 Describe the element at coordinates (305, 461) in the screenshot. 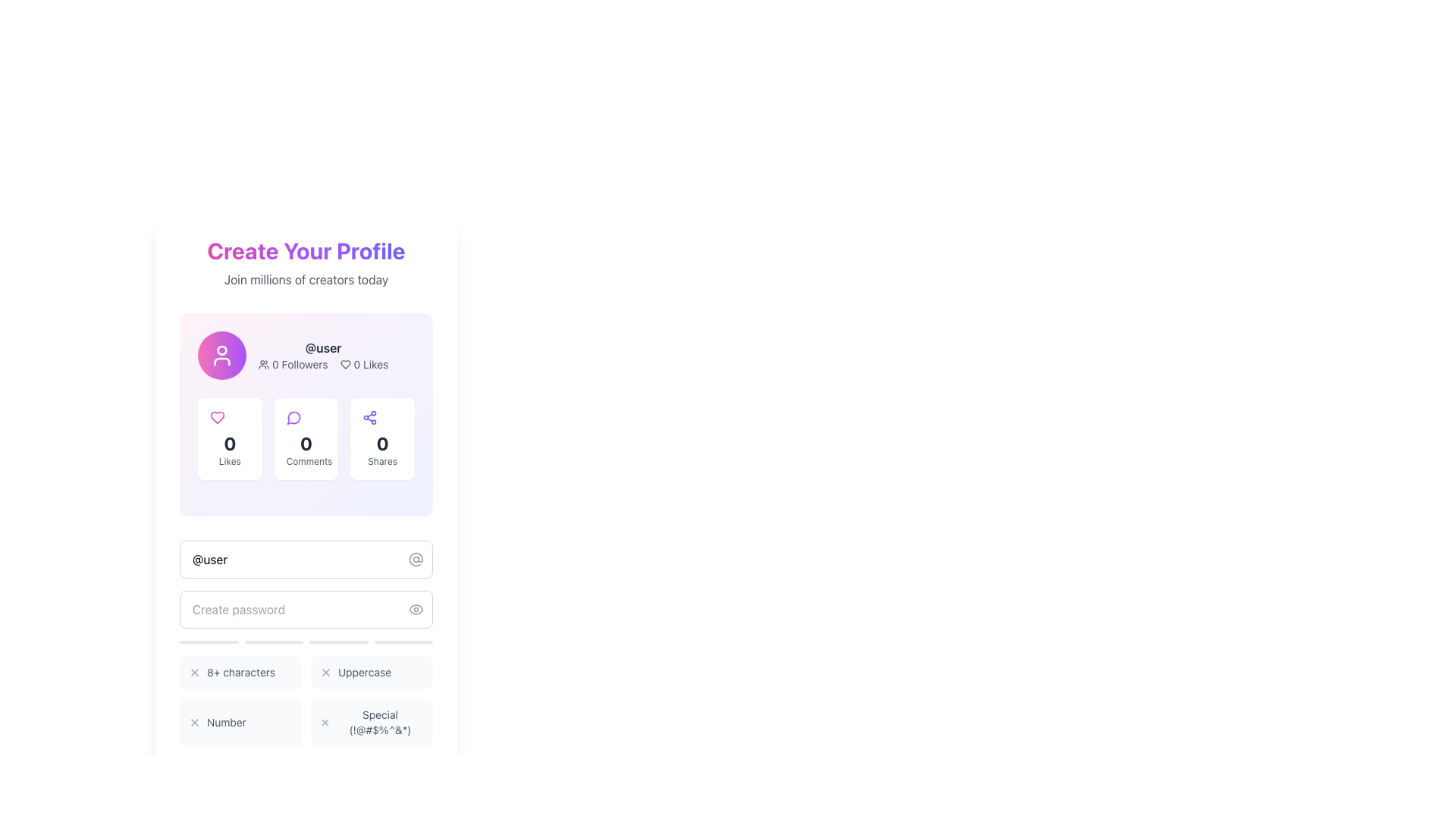

I see `the text label that indicates the count of comments, located at the bottom of the central card in a grid of cards` at that location.